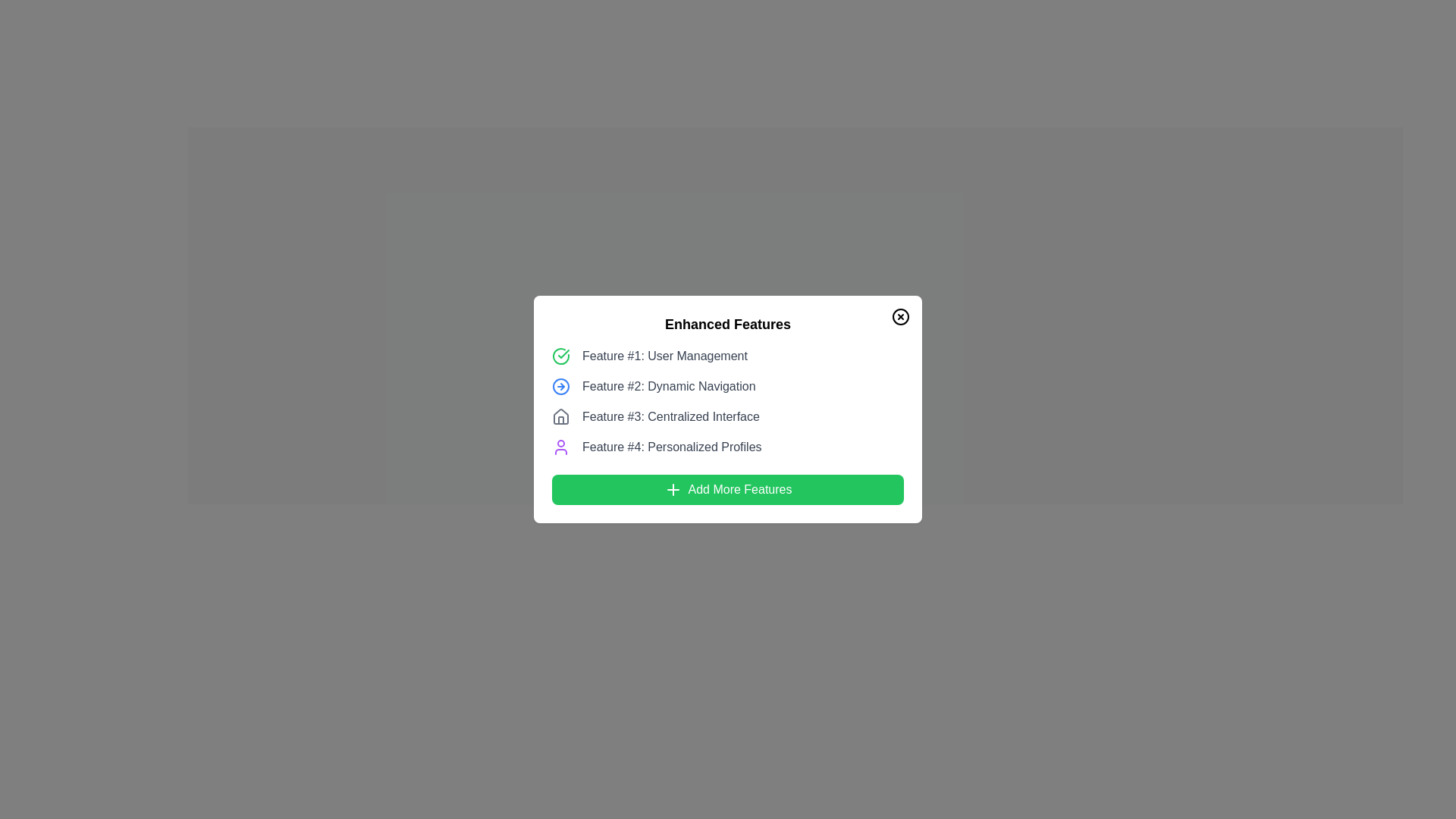 This screenshot has width=1456, height=819. What do you see at coordinates (560, 447) in the screenshot?
I see `the user profile icon with a purple outline, which is positioned to the left of the text 'Feature #4: Personalized Profiles'` at bounding box center [560, 447].